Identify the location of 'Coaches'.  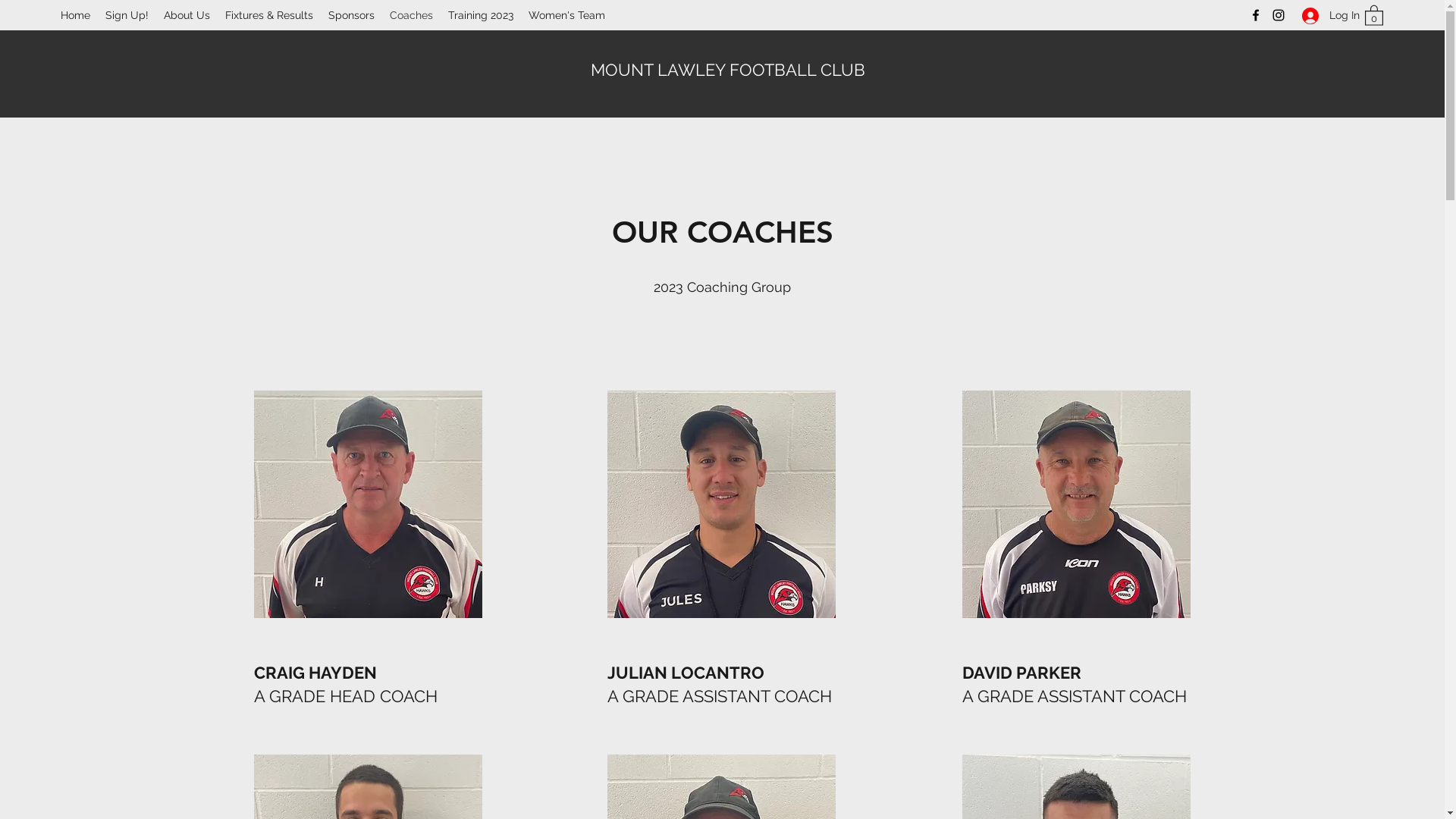
(382, 14).